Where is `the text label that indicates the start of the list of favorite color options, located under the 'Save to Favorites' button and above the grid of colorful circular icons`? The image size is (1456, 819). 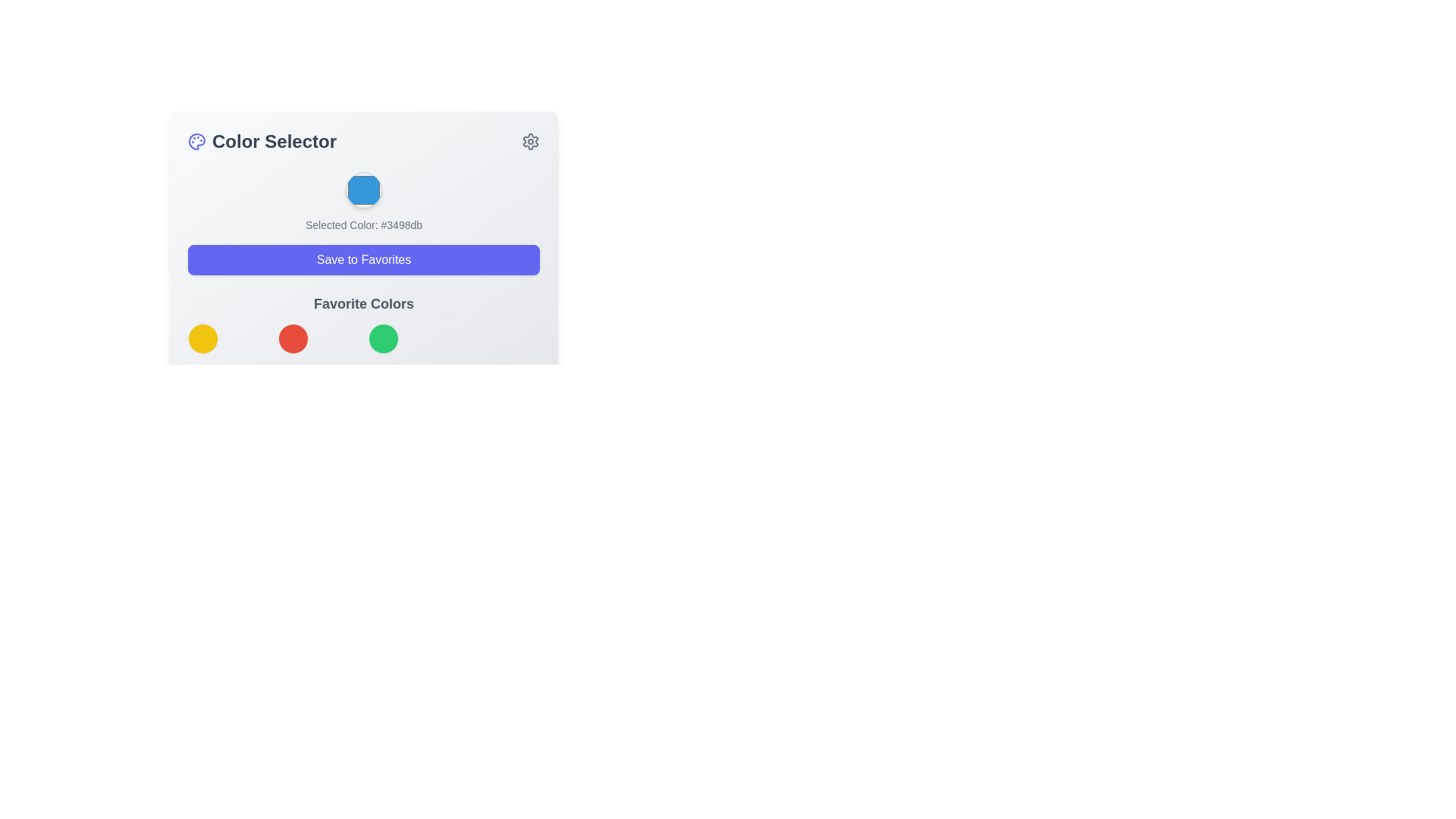 the text label that indicates the start of the list of favorite color options, located under the 'Save to Favorites' button and above the grid of colorful circular icons is located at coordinates (364, 304).